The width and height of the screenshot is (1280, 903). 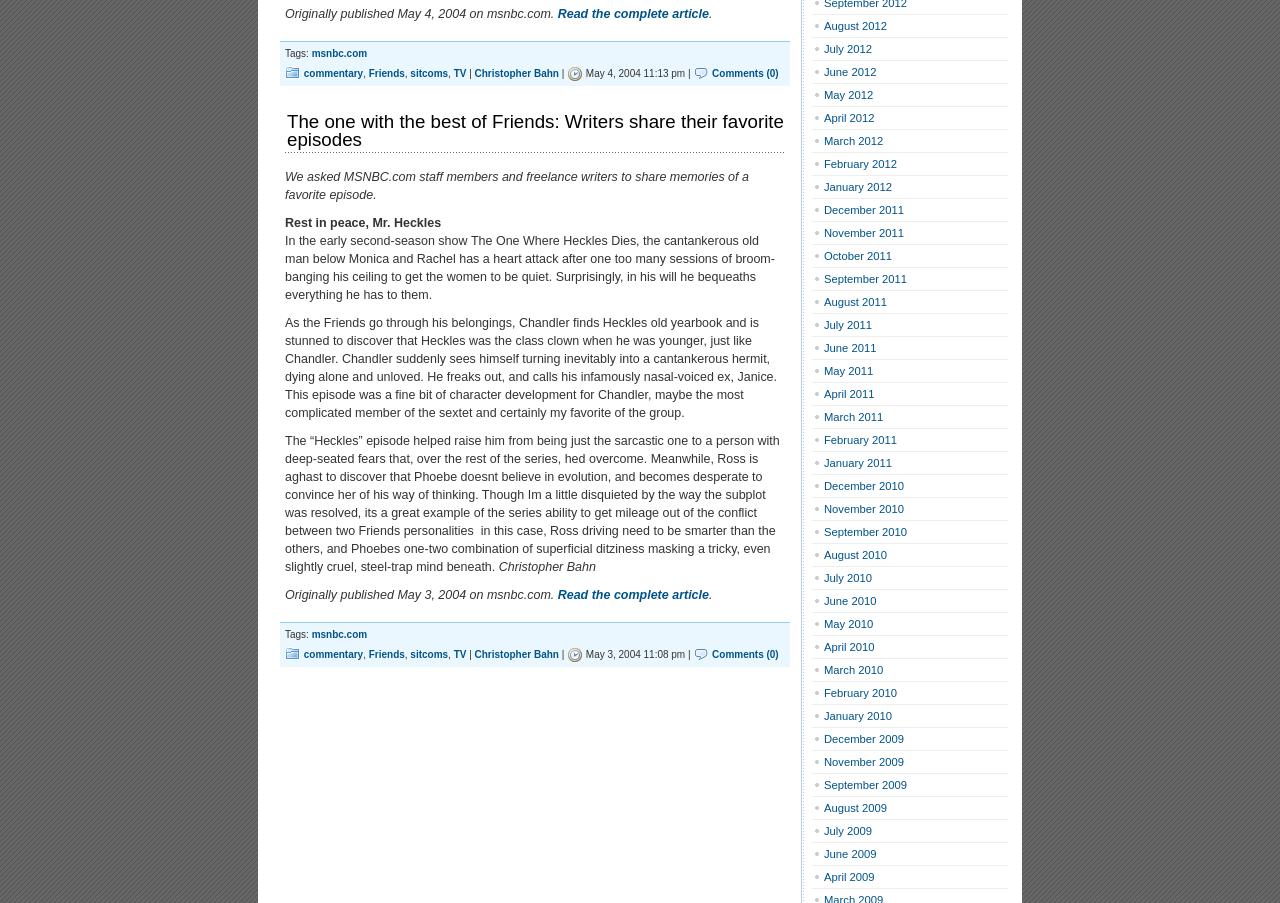 What do you see at coordinates (855, 25) in the screenshot?
I see `'August 2012'` at bounding box center [855, 25].